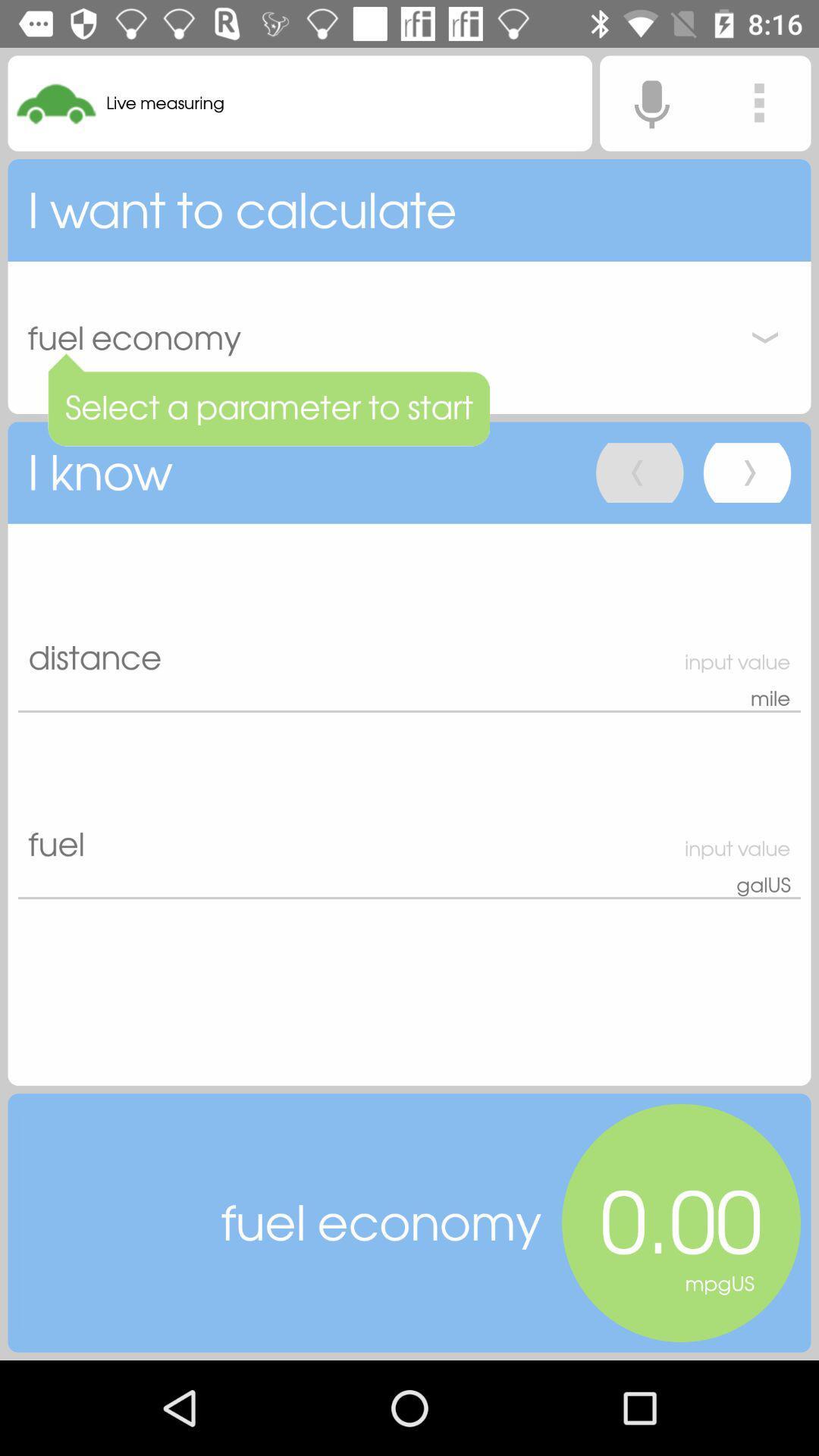  What do you see at coordinates (651, 102) in the screenshot?
I see `vocal assistant` at bounding box center [651, 102].